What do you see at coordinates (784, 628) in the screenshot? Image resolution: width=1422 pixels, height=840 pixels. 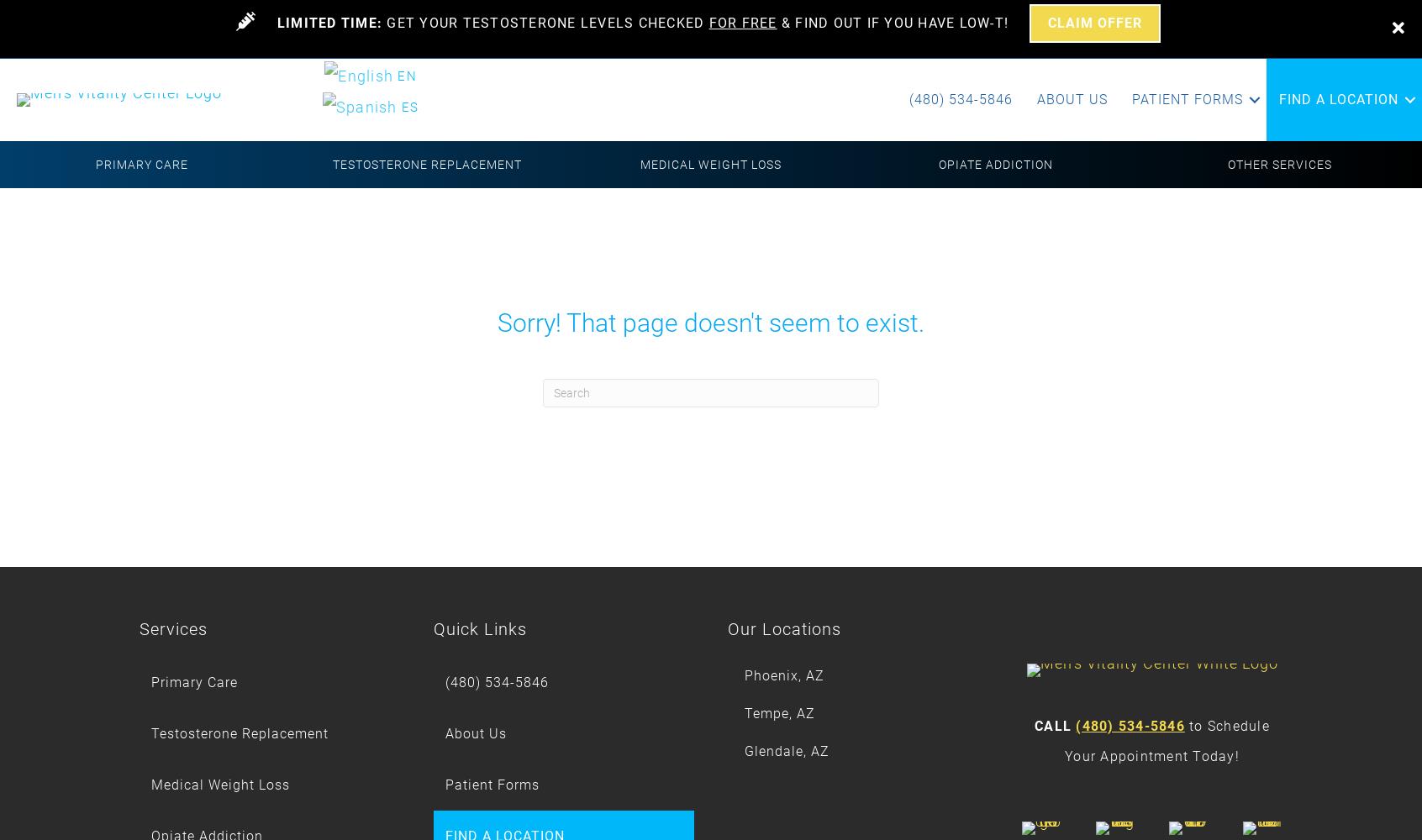 I see `'Our Locations'` at bounding box center [784, 628].